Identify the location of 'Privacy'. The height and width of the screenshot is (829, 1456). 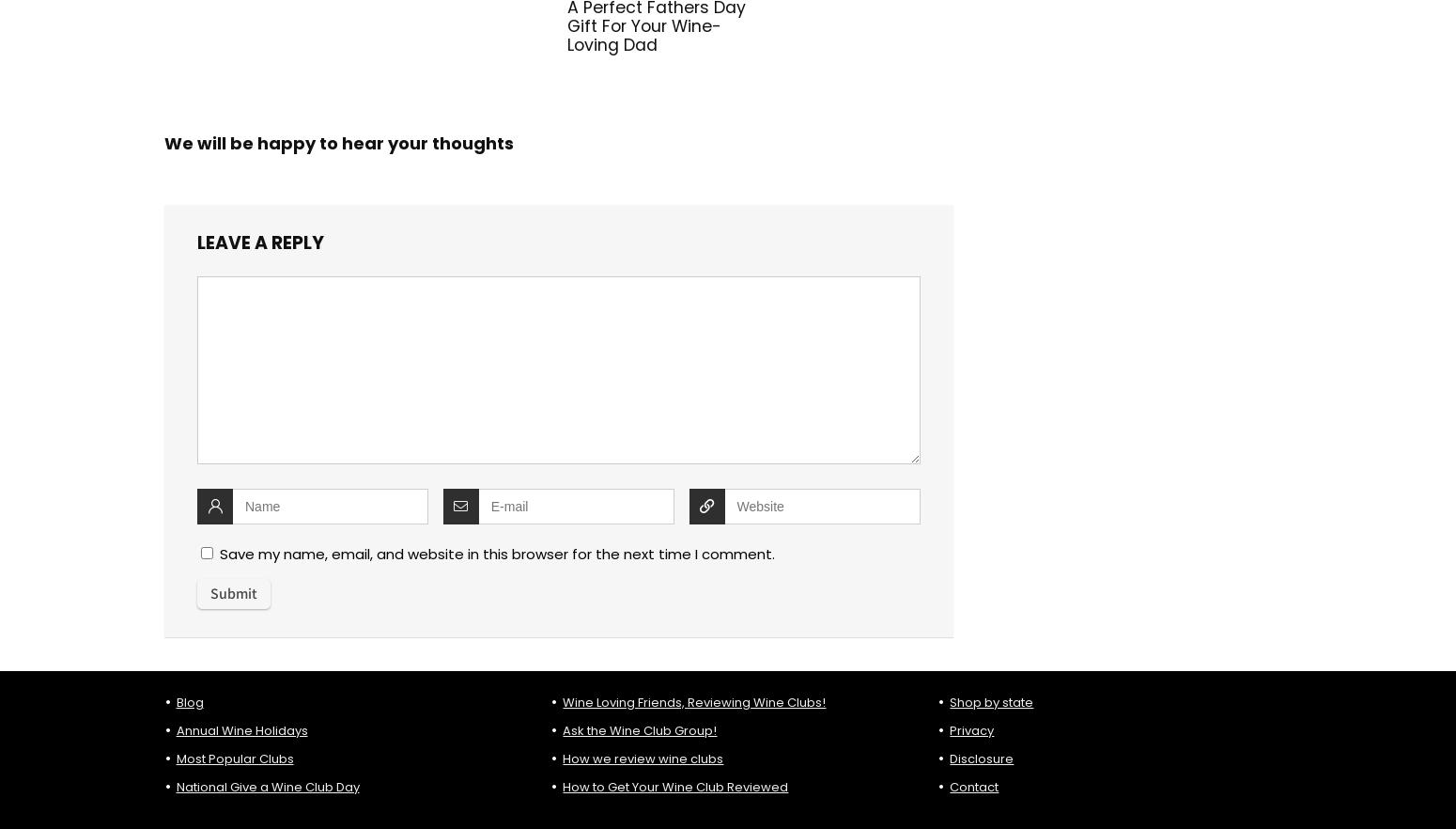
(971, 729).